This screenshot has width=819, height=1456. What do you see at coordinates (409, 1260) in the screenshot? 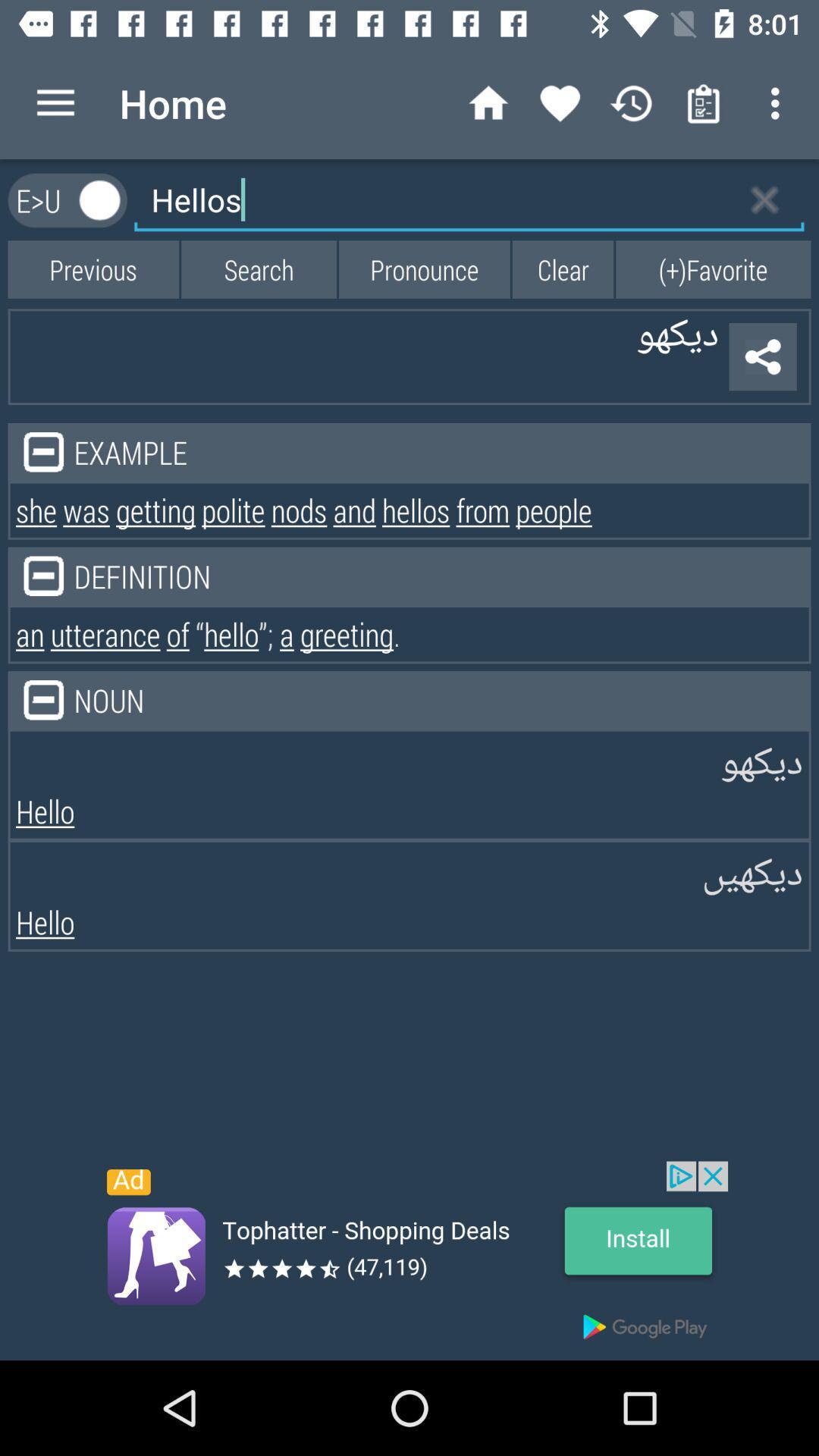
I see `advertisement` at bounding box center [409, 1260].